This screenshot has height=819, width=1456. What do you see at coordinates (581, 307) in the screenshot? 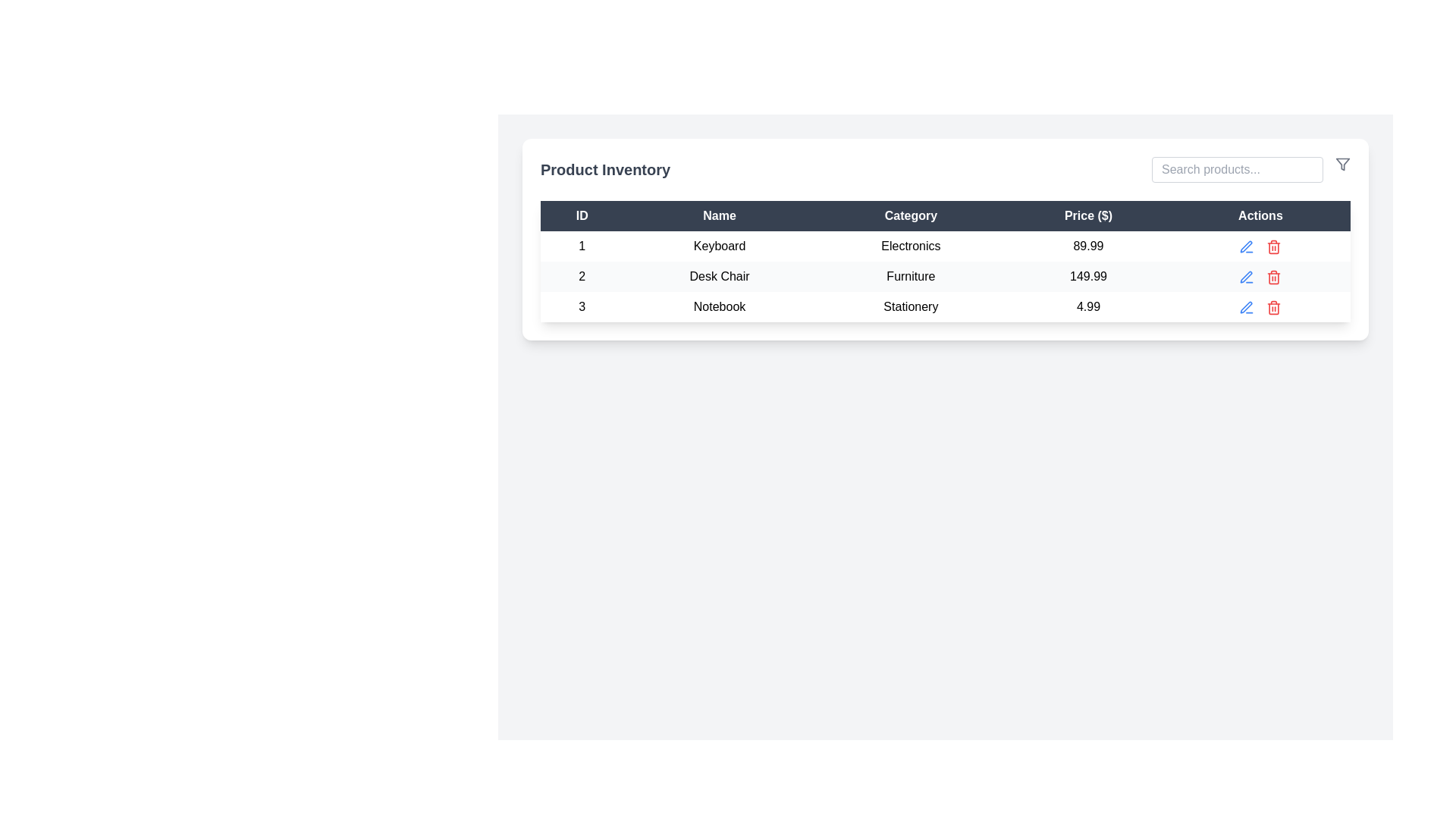
I see `the Text Label that identifies the product 'Notebook' in the 'ID' column of the 'Product Inventory' table for reading` at bounding box center [581, 307].